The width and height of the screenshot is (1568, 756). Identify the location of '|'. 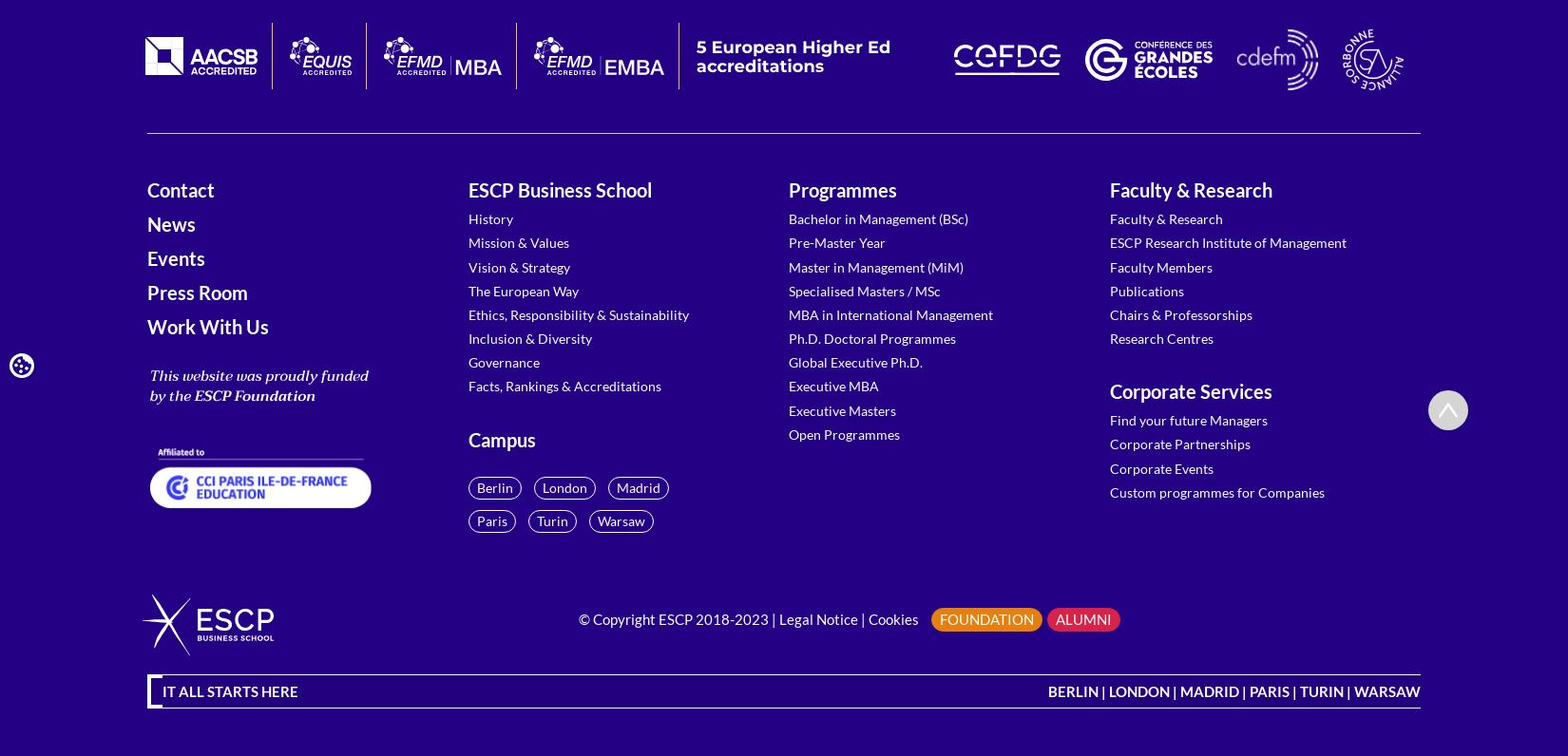
(863, 619).